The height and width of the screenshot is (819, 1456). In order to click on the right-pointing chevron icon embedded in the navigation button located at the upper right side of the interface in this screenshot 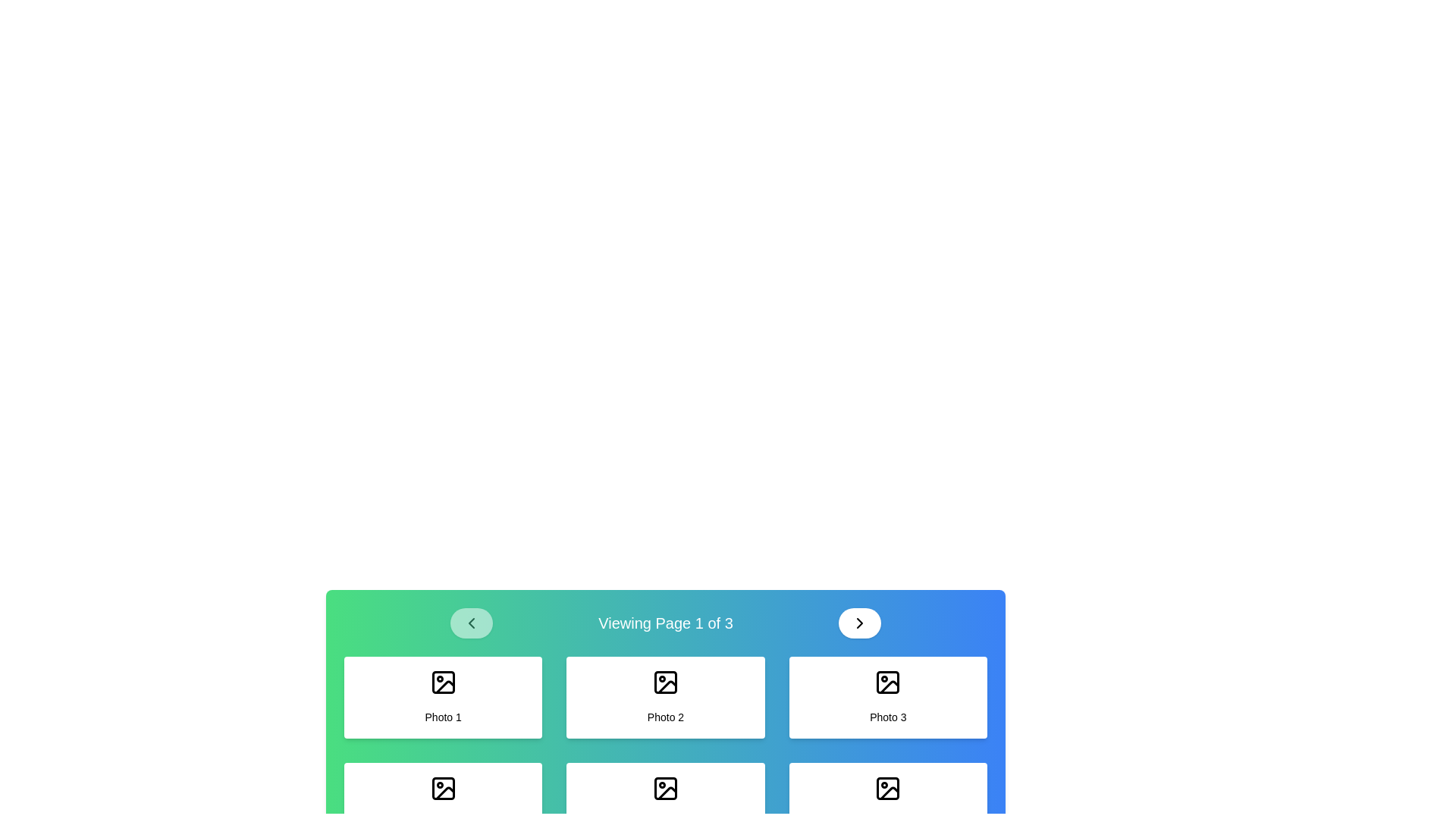, I will do `click(860, 623)`.